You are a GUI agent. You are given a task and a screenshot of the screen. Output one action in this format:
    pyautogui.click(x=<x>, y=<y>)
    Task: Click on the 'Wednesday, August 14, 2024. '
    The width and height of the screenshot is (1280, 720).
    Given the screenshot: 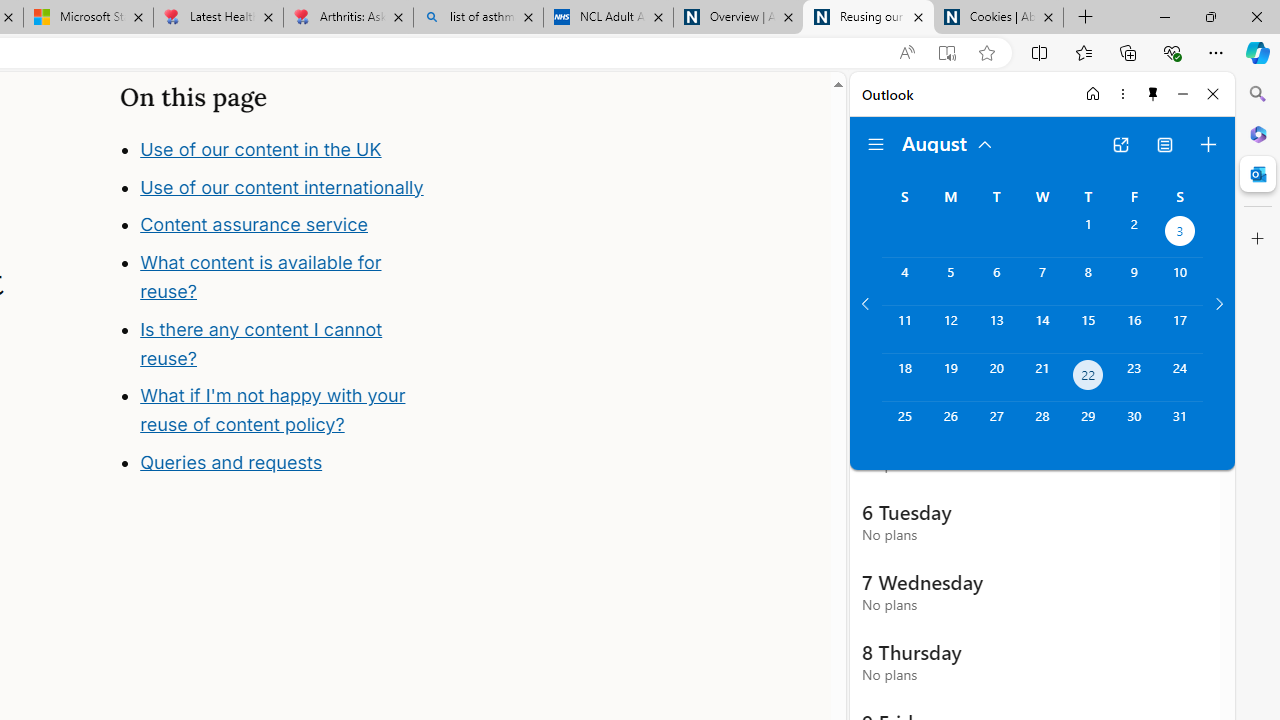 What is the action you would take?
    pyautogui.click(x=1041, y=328)
    